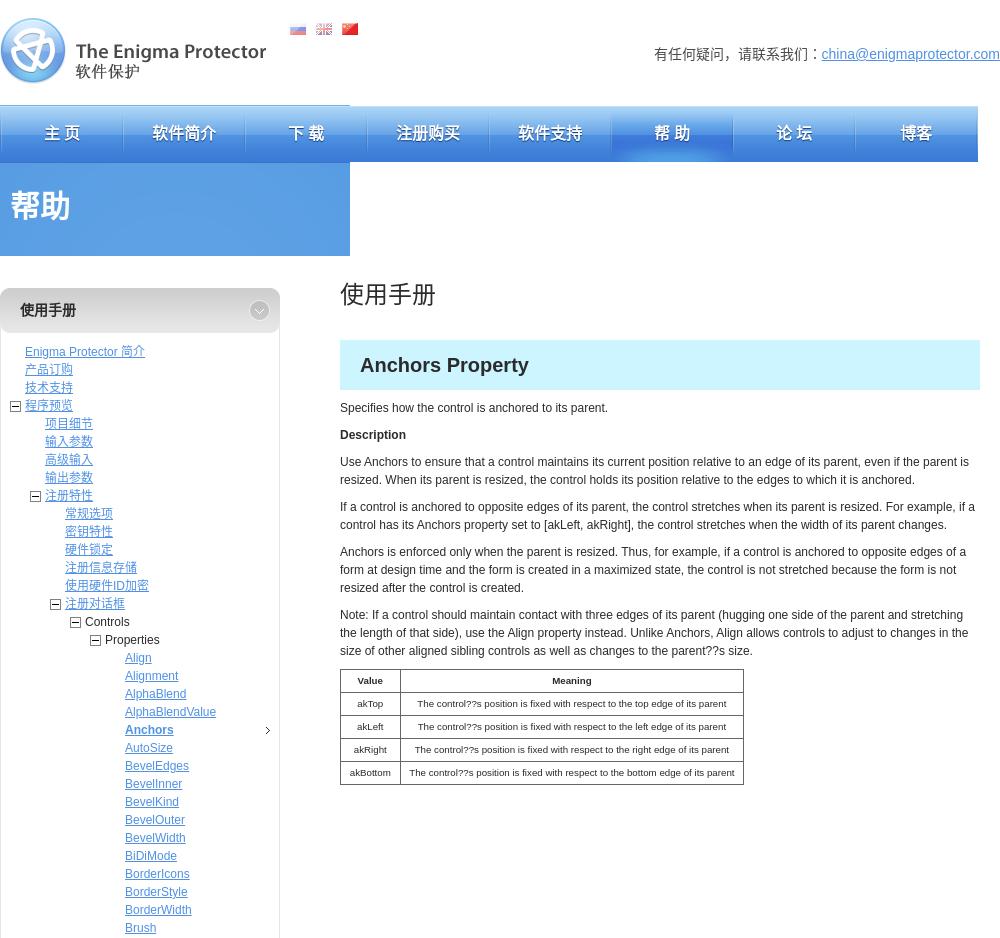 The height and width of the screenshot is (938, 1000). I want to click on 'Anchors Property', so click(443, 364).